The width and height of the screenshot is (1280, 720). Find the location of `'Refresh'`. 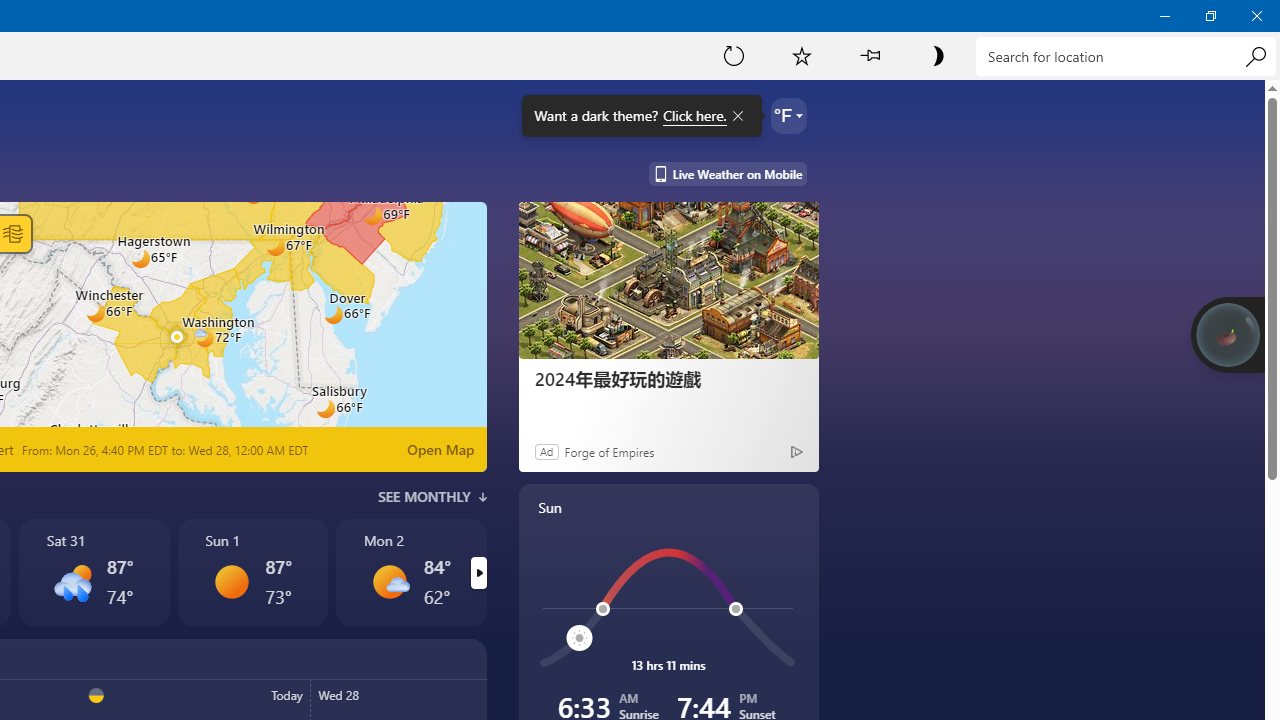

'Refresh' is located at coordinates (733, 54).